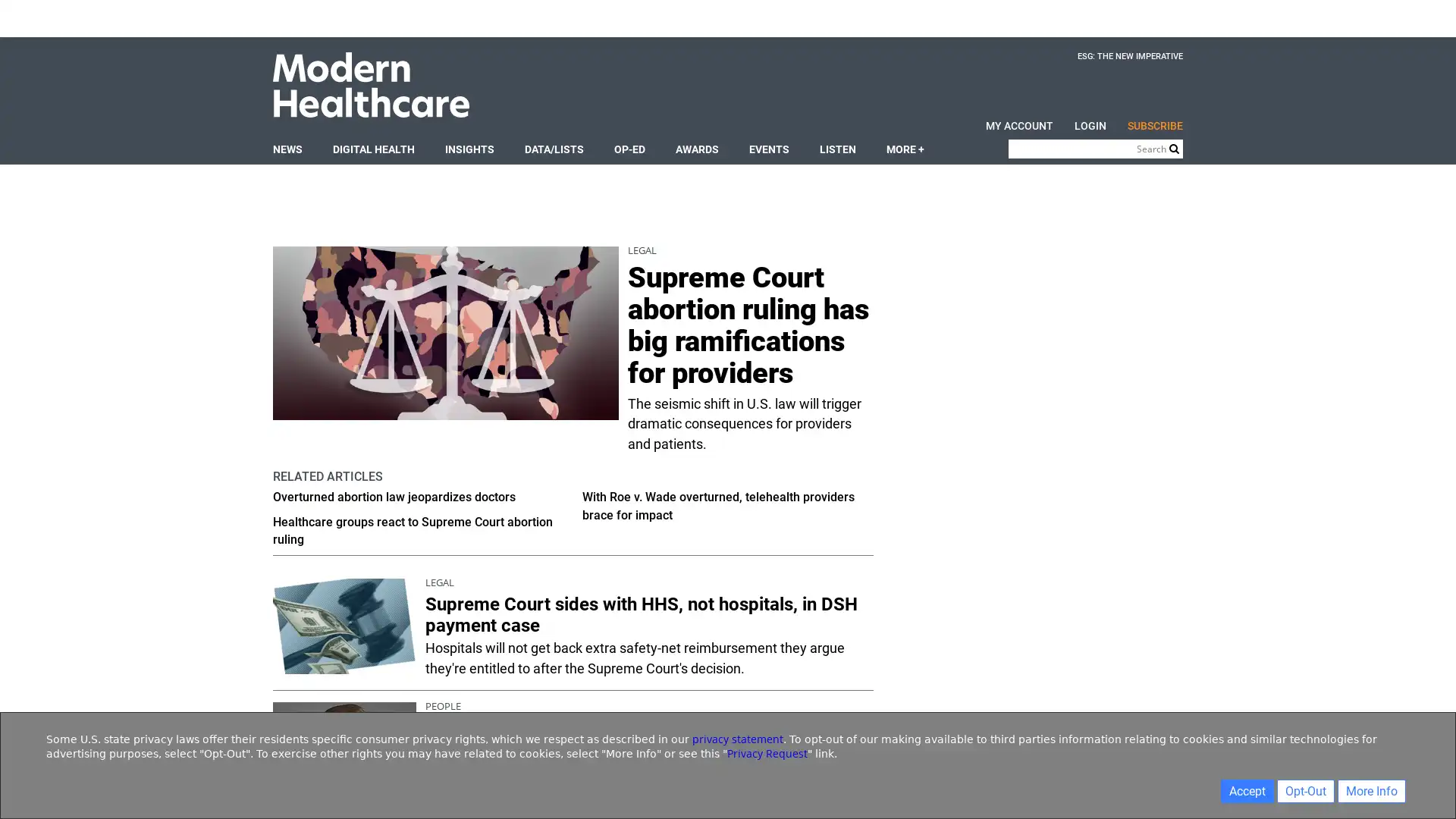 The width and height of the screenshot is (1456, 819). I want to click on Accept, so click(1247, 790).